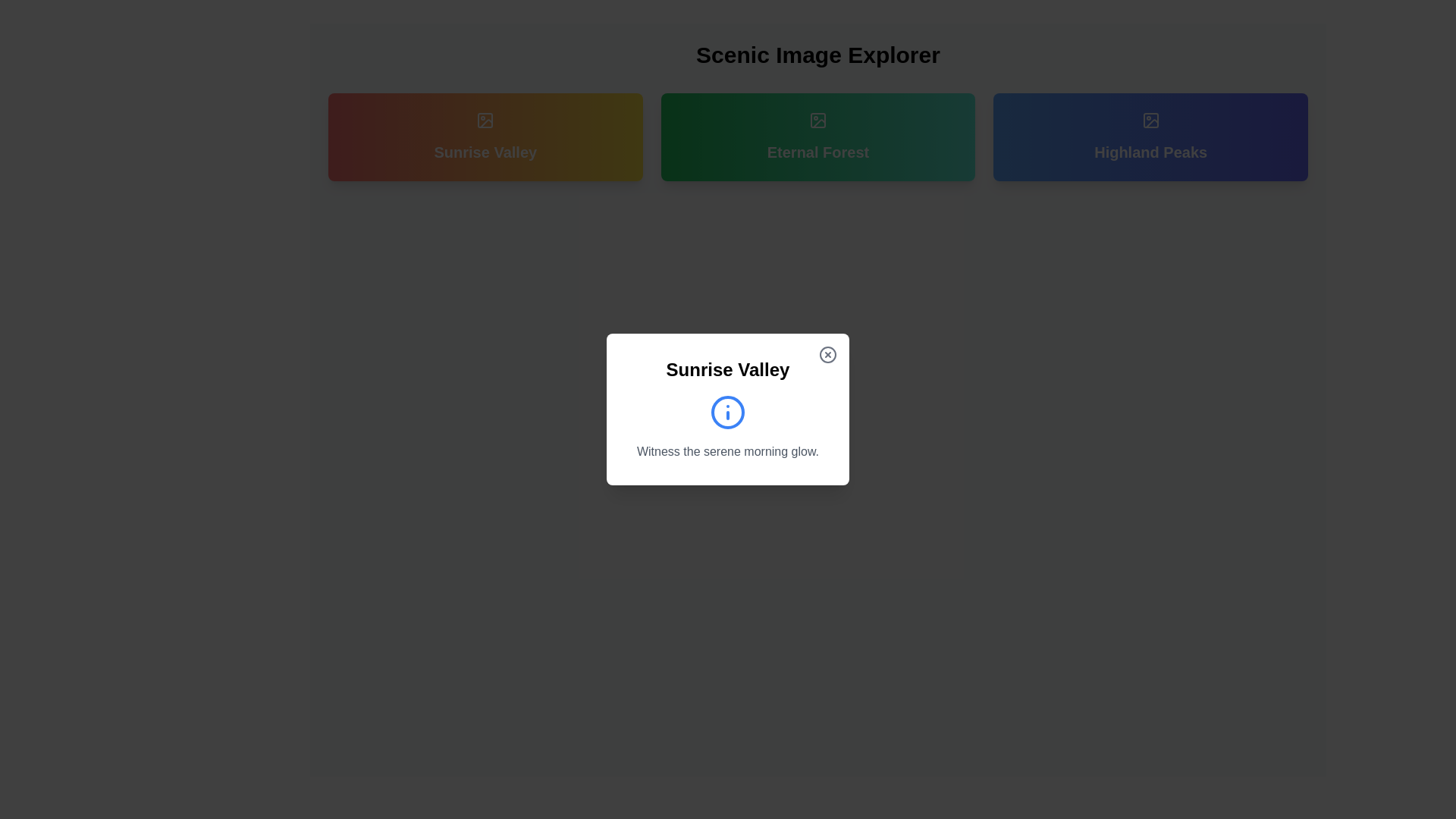  Describe the element at coordinates (1150, 119) in the screenshot. I see `the icon resembling an image illustration, which is a white square with a circle inside it, located at the center-top of the card labeled 'Highland Peaks'` at that location.